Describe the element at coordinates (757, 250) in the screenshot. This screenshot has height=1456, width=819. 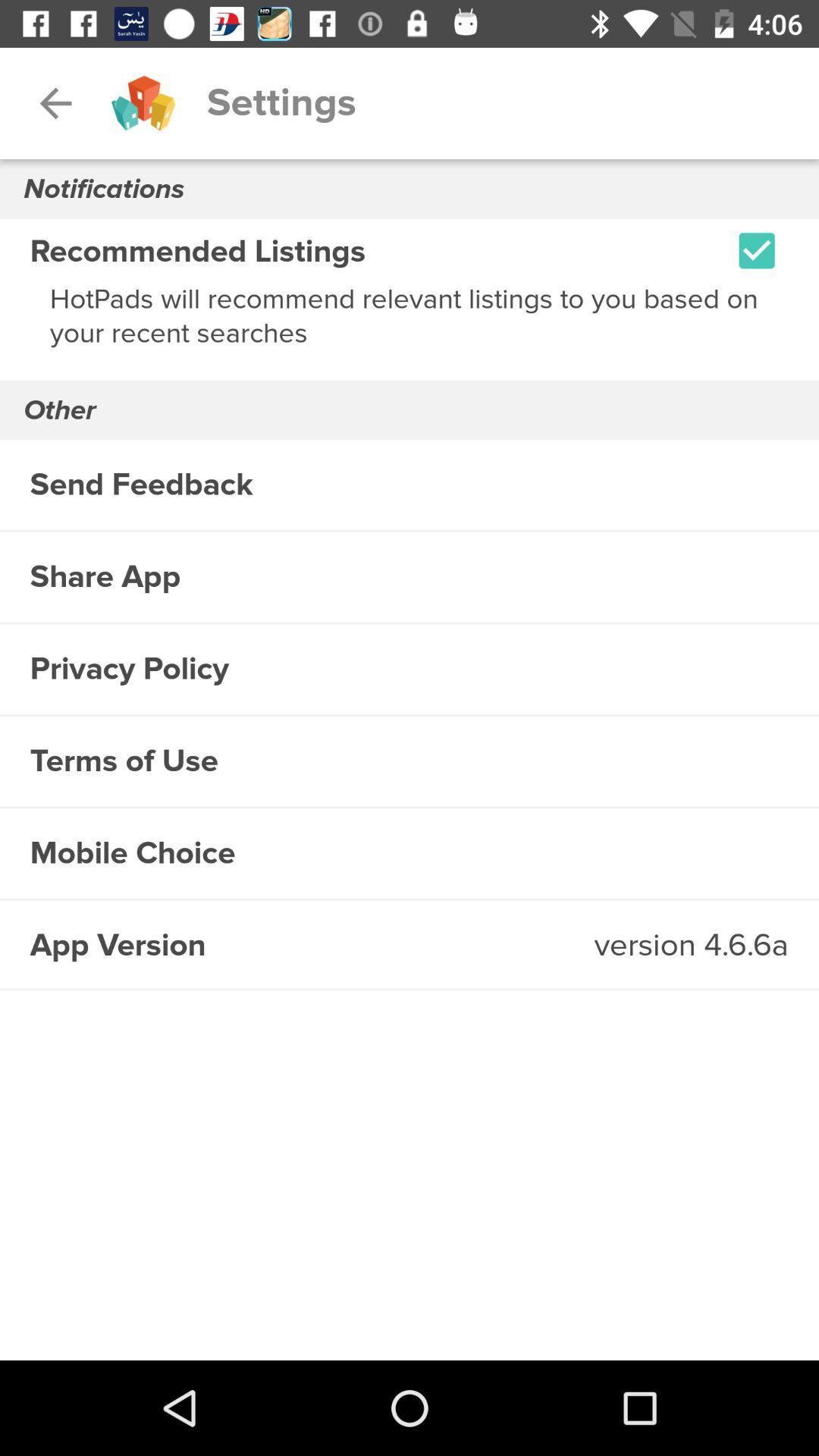
I see `the icon above the hotpads will recommend` at that location.